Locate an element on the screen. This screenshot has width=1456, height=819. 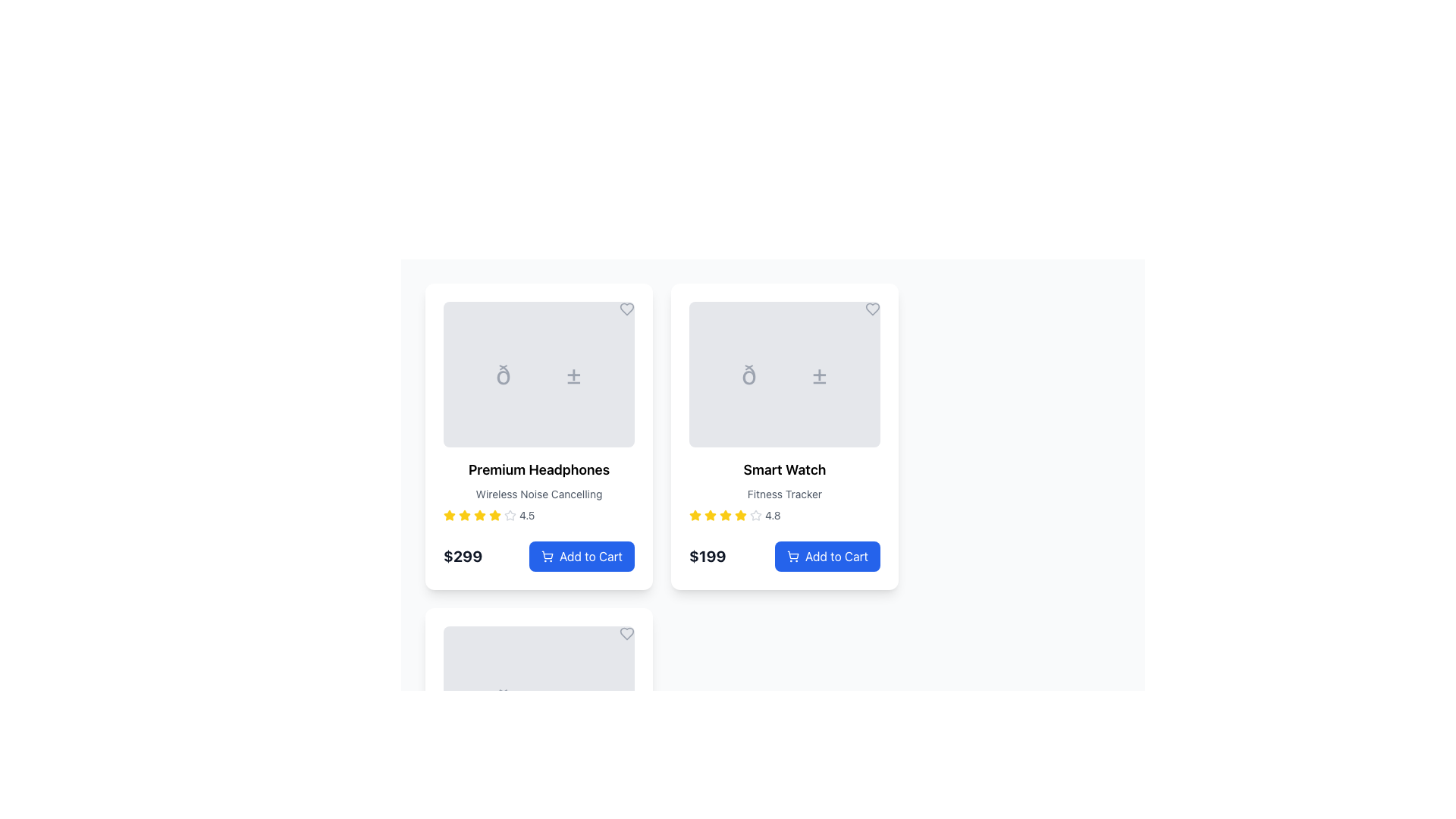
the fifth star icon is located at coordinates (724, 514).